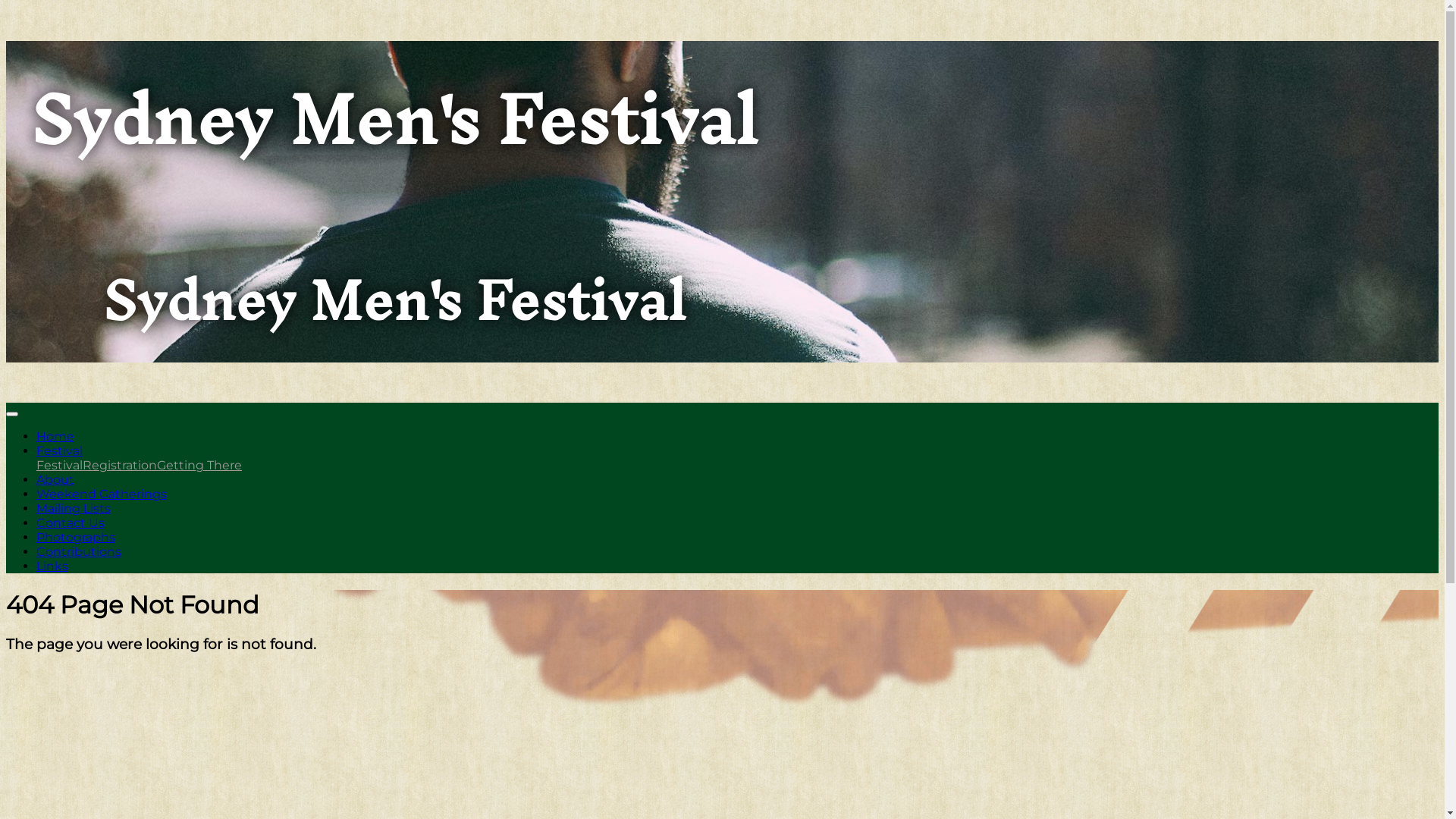  Describe the element at coordinates (36, 522) in the screenshot. I see `'Contact Us'` at that location.